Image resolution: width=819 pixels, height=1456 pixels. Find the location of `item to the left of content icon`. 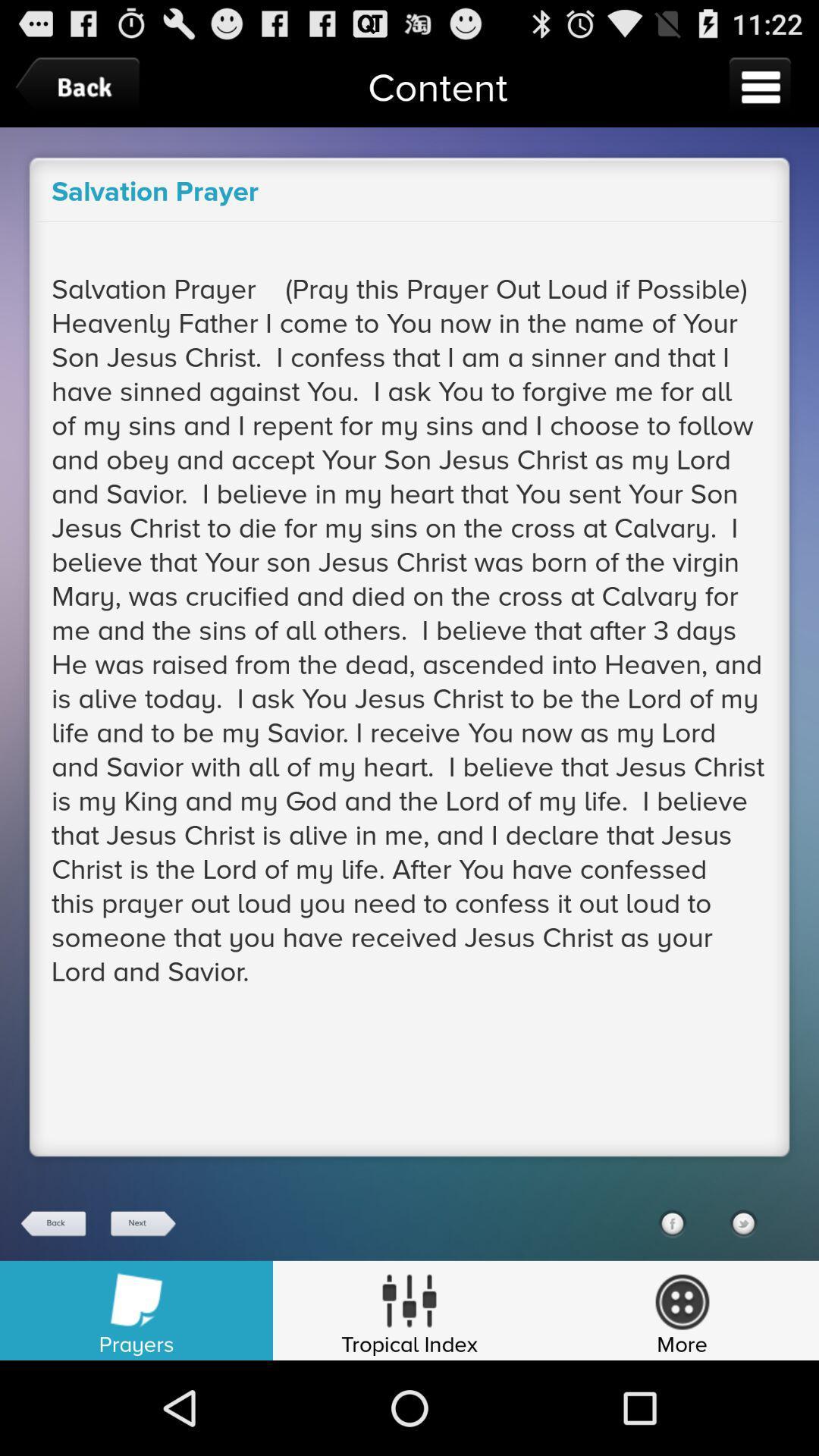

item to the left of content icon is located at coordinates (81, 86).